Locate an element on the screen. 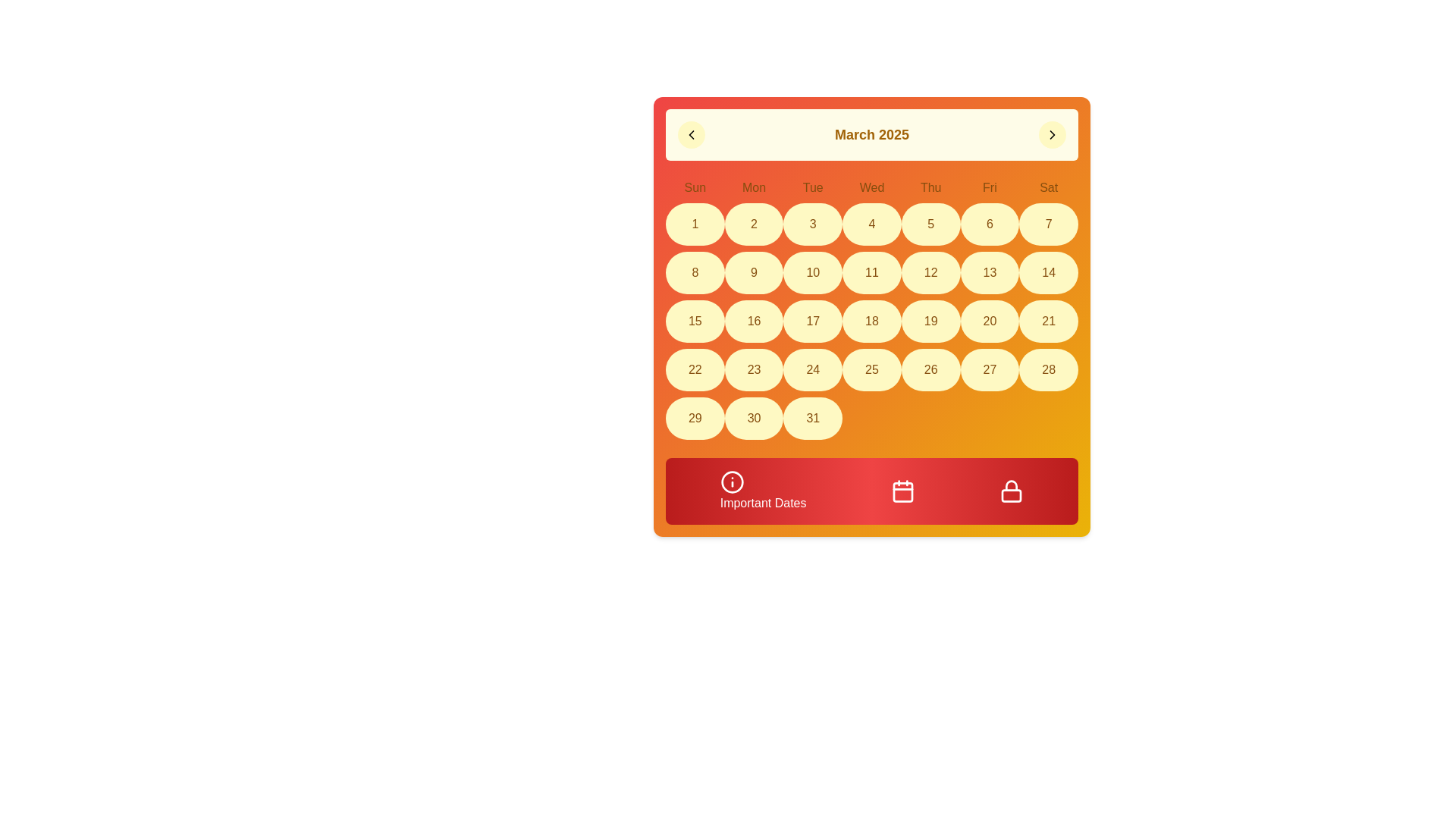 This screenshot has width=1456, height=819. the circular button-like calendar date display showing the number '11' in bold, brown font is located at coordinates (872, 271).